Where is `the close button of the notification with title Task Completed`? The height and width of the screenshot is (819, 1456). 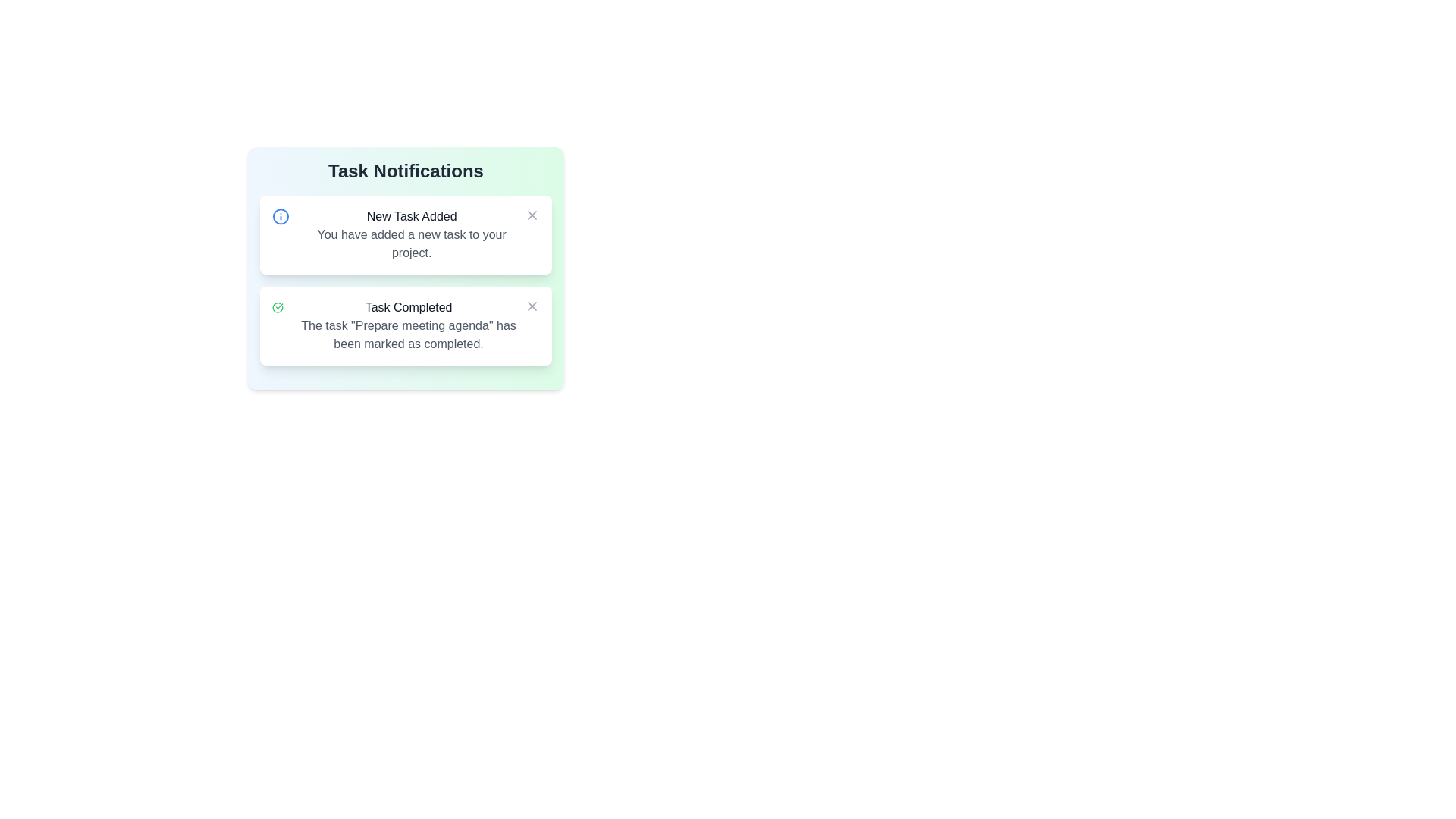
the close button of the notification with title Task Completed is located at coordinates (532, 306).